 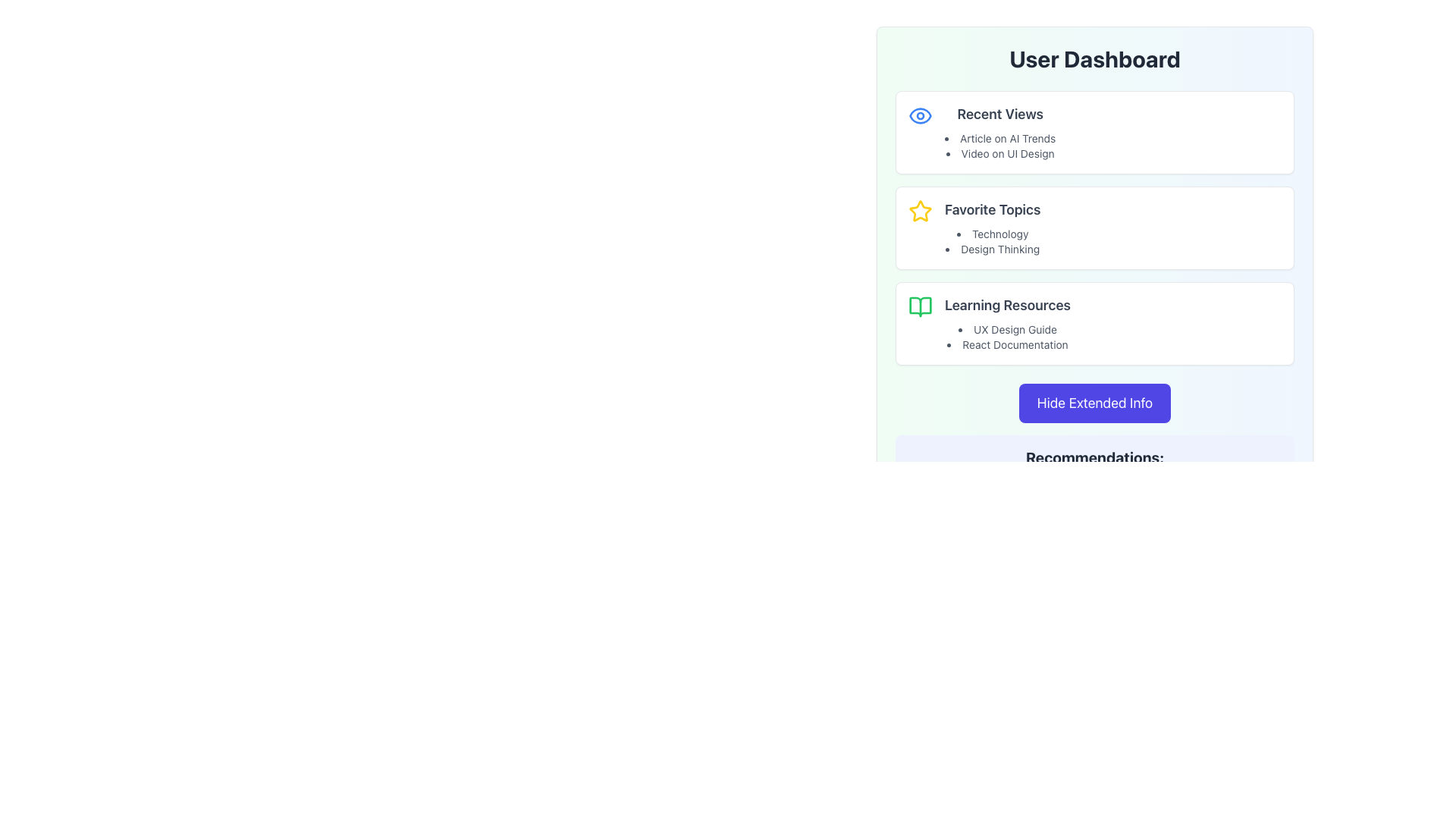 I want to click on the 'Video on UI Design' entry in the 'Recent Views' list, which is the second item below 'Article on AI Trends', so click(x=1000, y=154).